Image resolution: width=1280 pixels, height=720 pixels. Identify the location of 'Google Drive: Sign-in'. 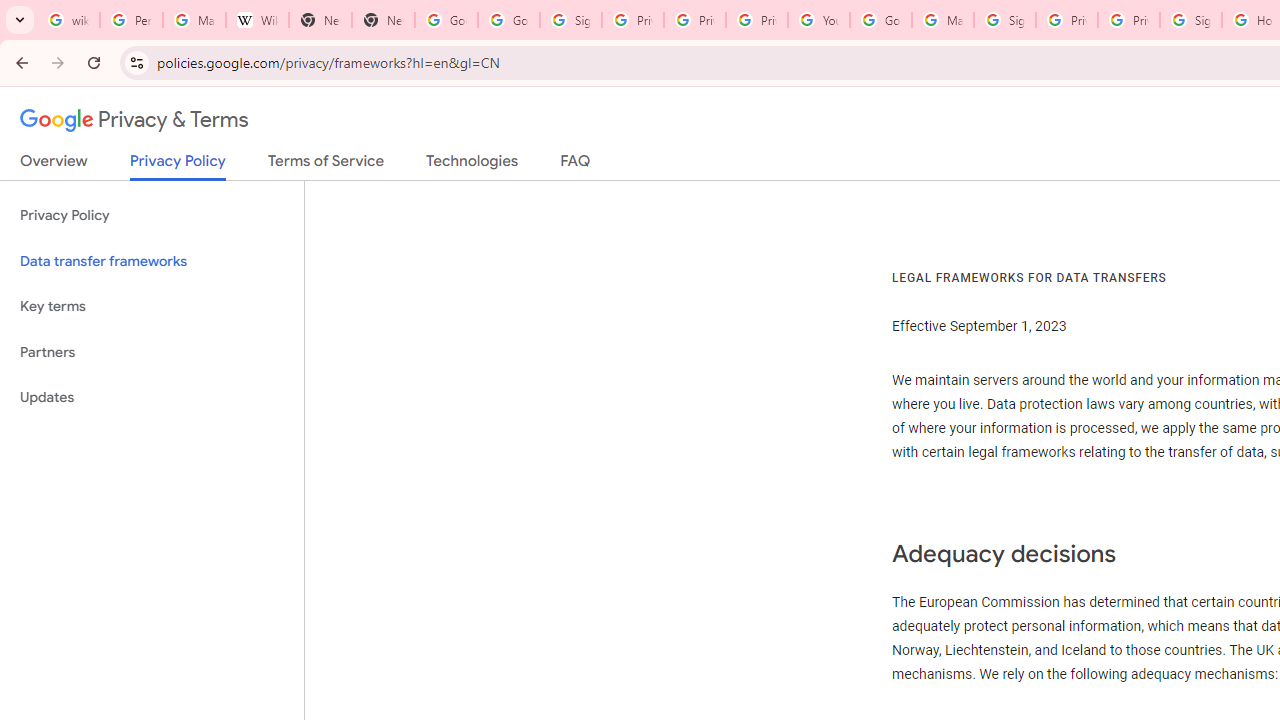
(508, 20).